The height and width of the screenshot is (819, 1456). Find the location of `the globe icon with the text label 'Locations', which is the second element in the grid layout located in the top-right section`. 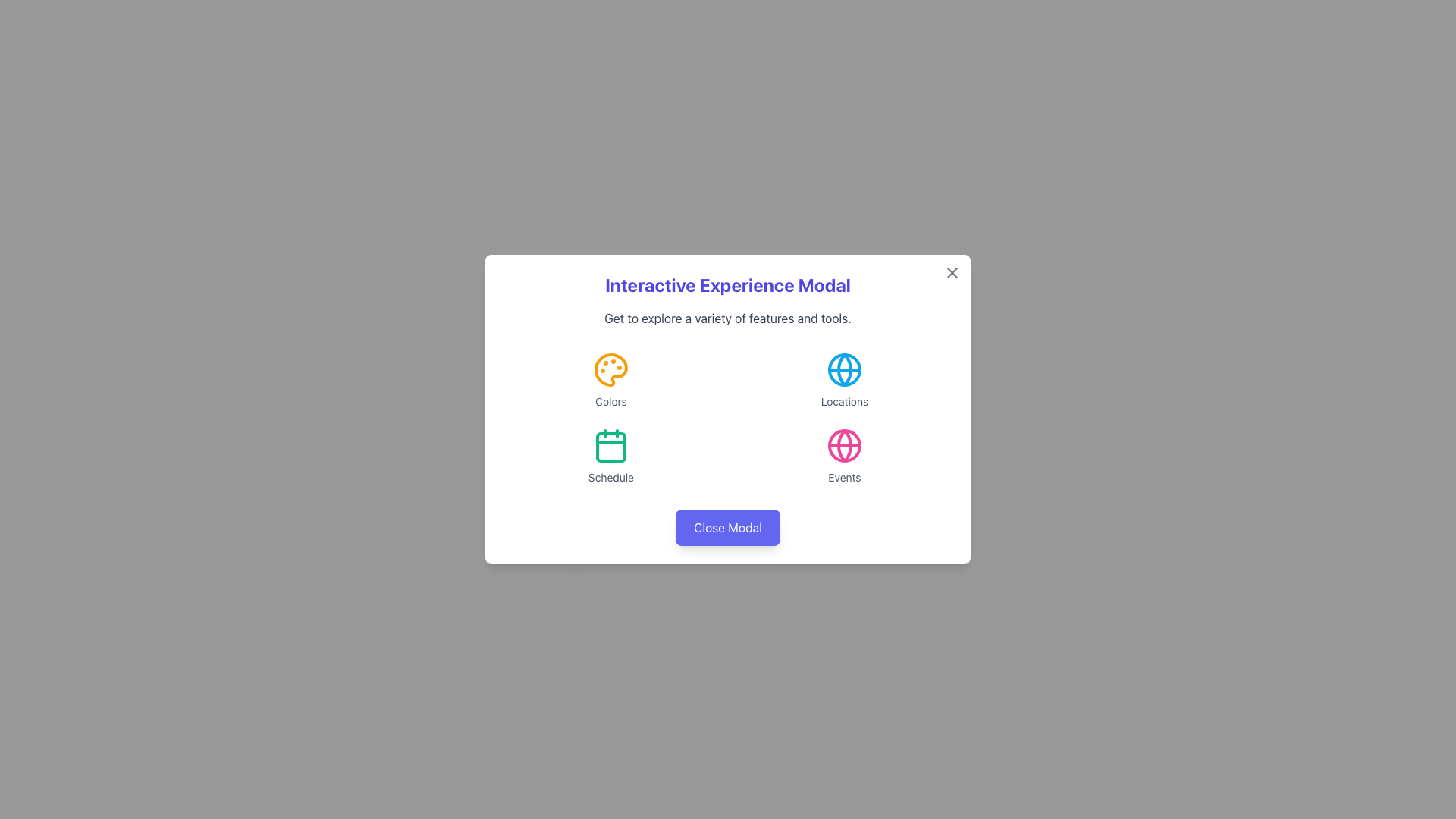

the globe icon with the text label 'Locations', which is the second element in the grid layout located in the top-right section is located at coordinates (843, 379).